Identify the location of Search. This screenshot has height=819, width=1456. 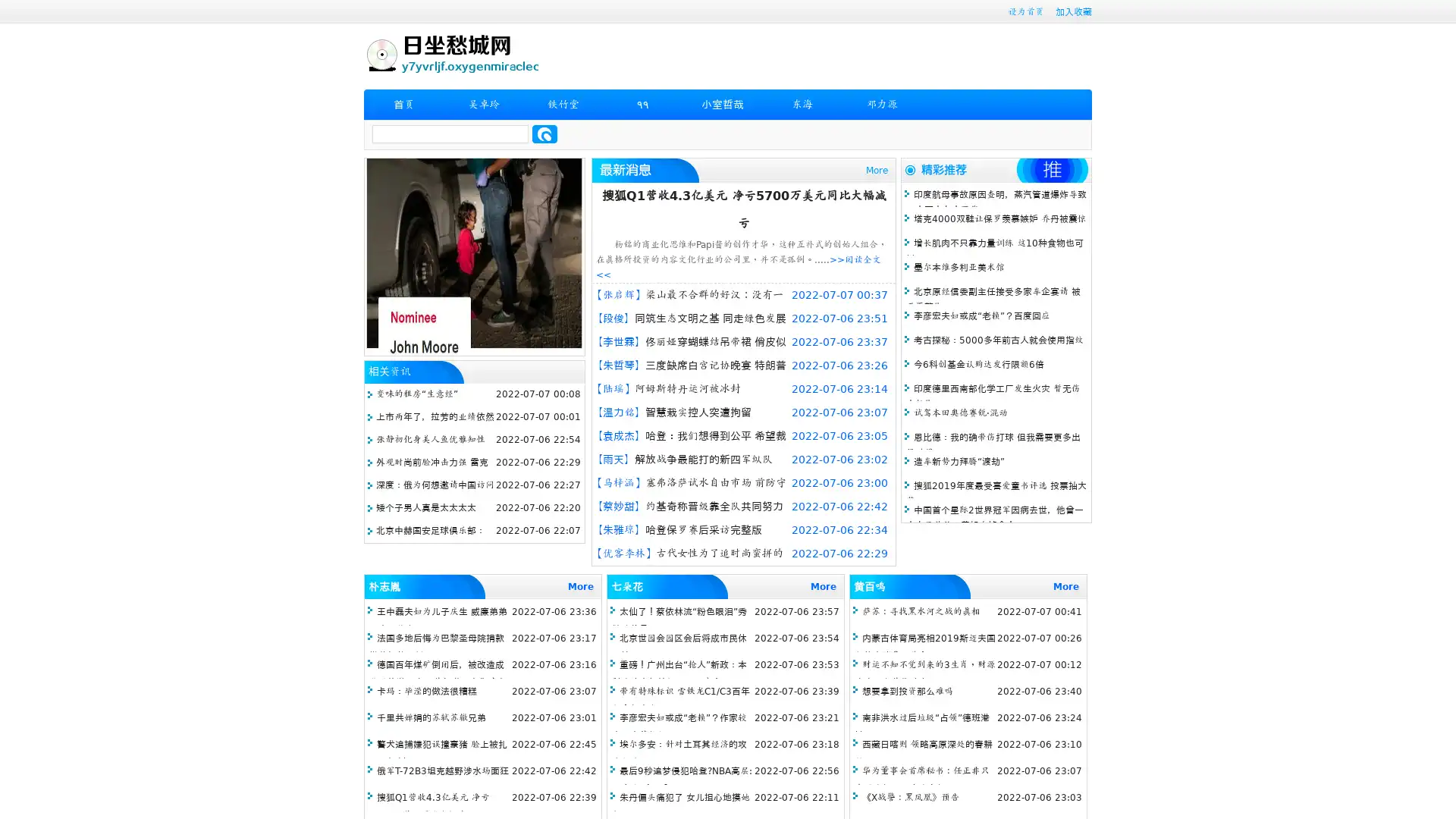
(544, 133).